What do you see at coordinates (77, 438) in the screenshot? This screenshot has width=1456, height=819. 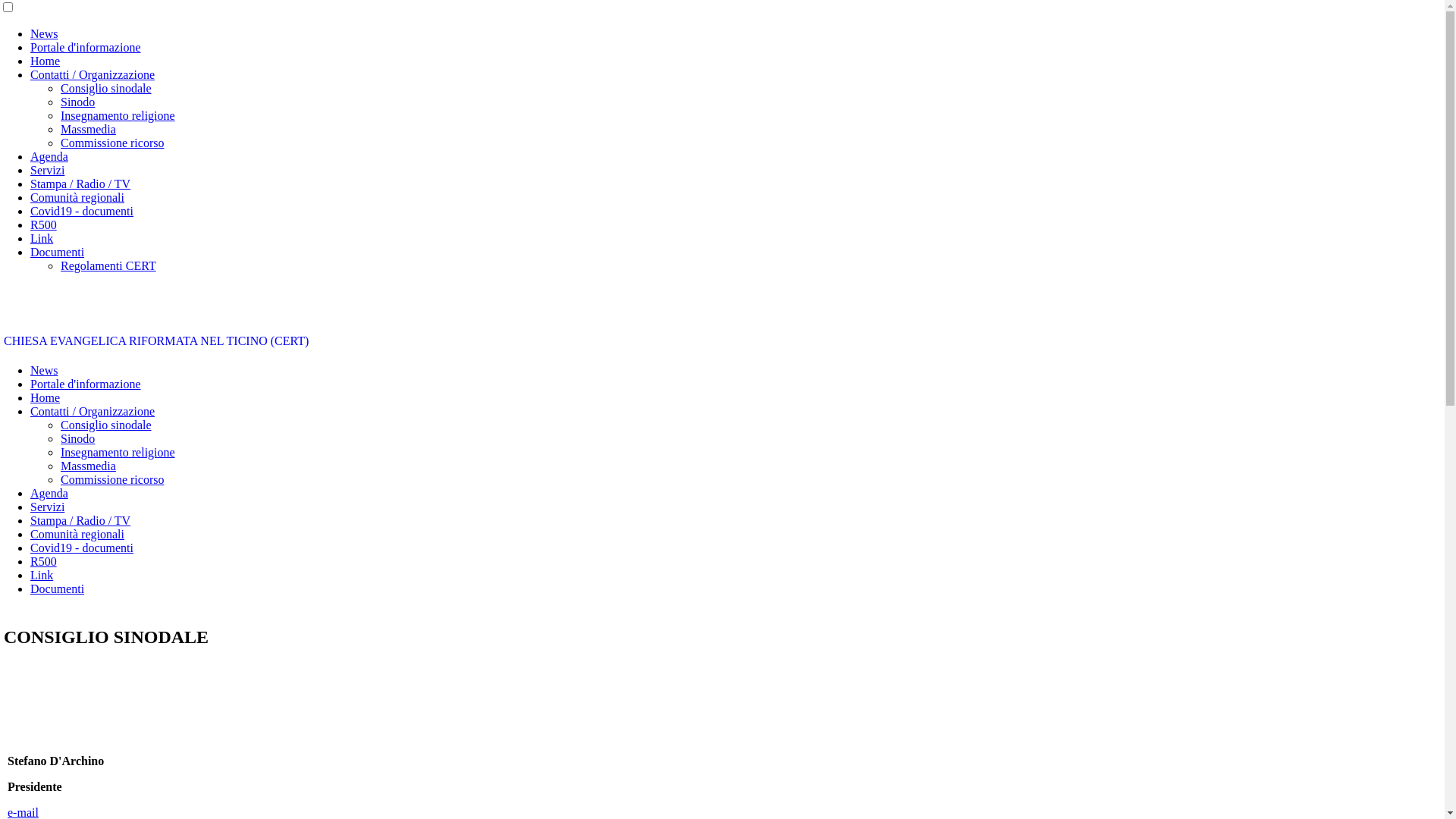 I see `'Sinodo'` at bounding box center [77, 438].